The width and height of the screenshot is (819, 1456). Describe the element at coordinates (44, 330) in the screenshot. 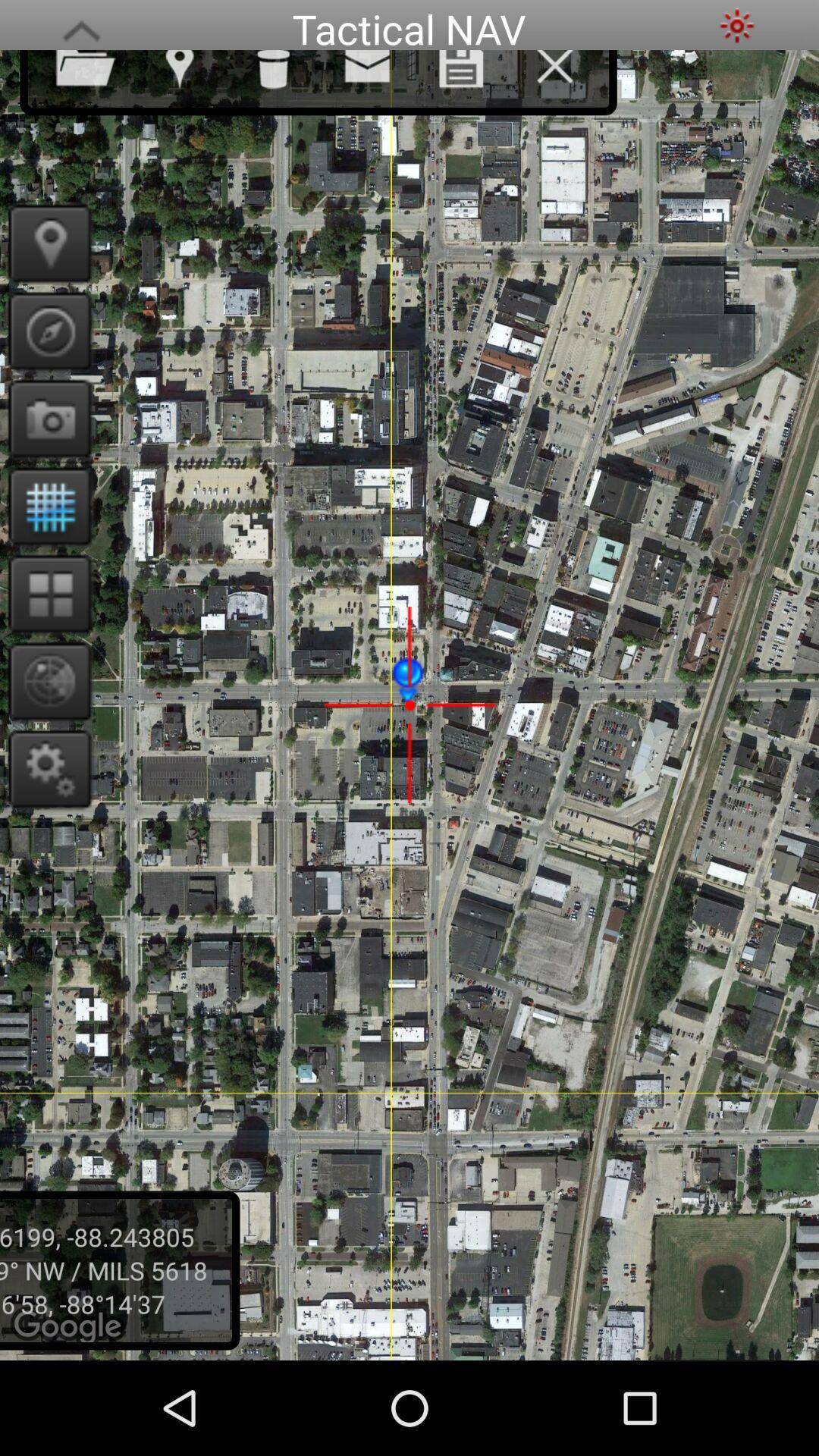

I see `see directions` at that location.